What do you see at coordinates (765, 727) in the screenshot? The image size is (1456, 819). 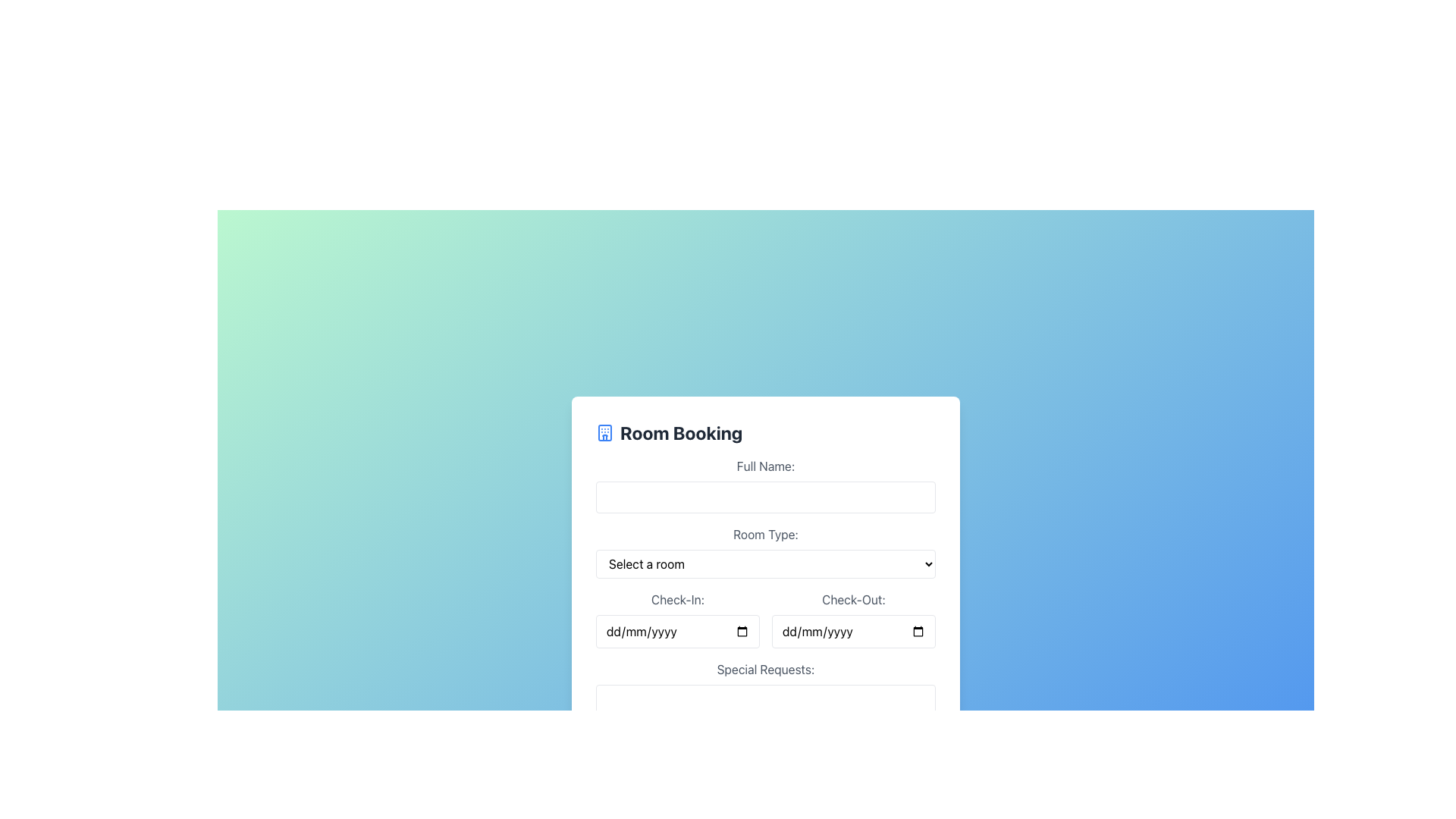 I see `the text in the large rectangular input area for additional information located near the bottom of the form, directly beneath the 'Special Requests:' label` at bounding box center [765, 727].